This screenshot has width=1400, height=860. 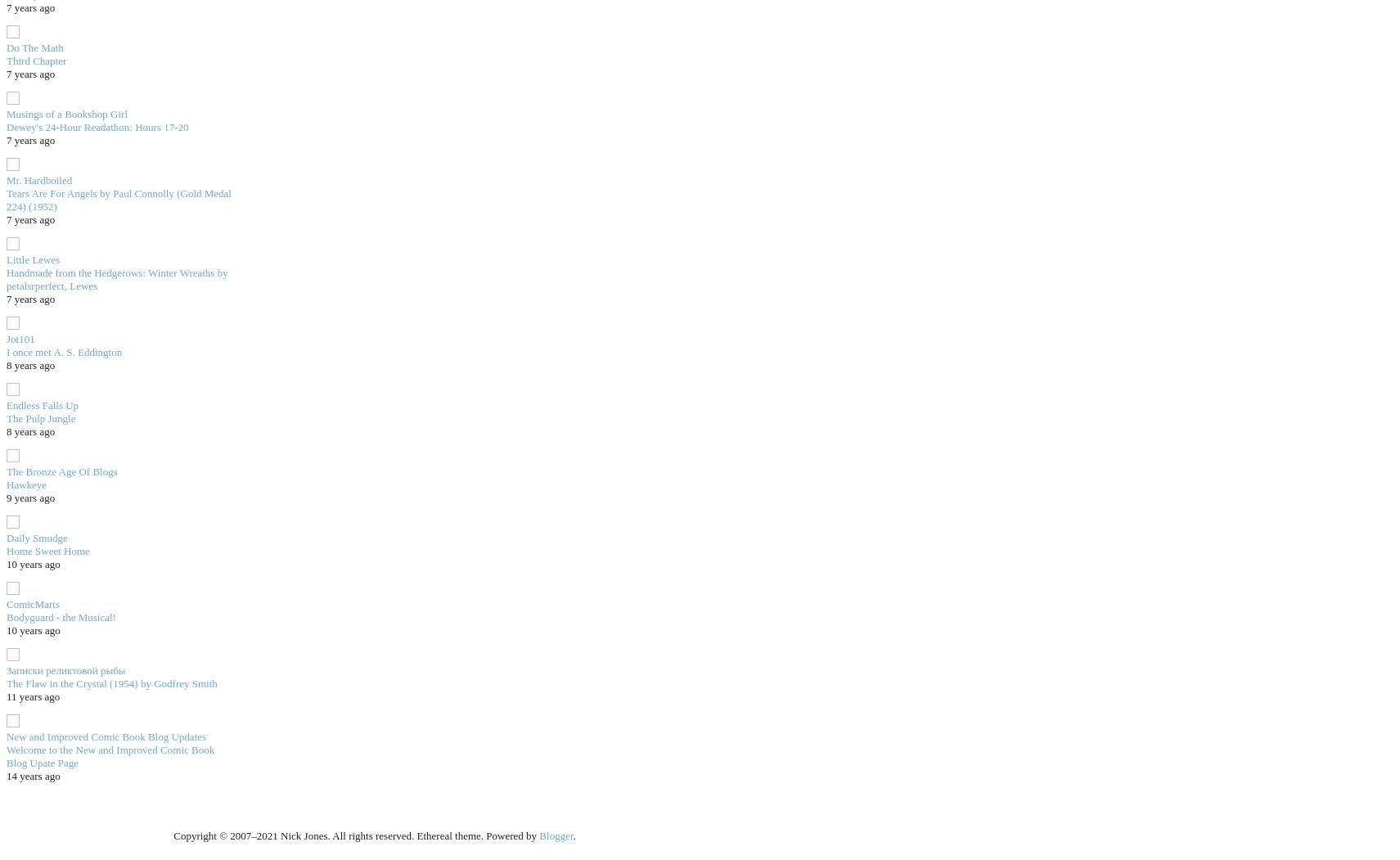 What do you see at coordinates (29, 496) in the screenshot?
I see `'9 years ago'` at bounding box center [29, 496].